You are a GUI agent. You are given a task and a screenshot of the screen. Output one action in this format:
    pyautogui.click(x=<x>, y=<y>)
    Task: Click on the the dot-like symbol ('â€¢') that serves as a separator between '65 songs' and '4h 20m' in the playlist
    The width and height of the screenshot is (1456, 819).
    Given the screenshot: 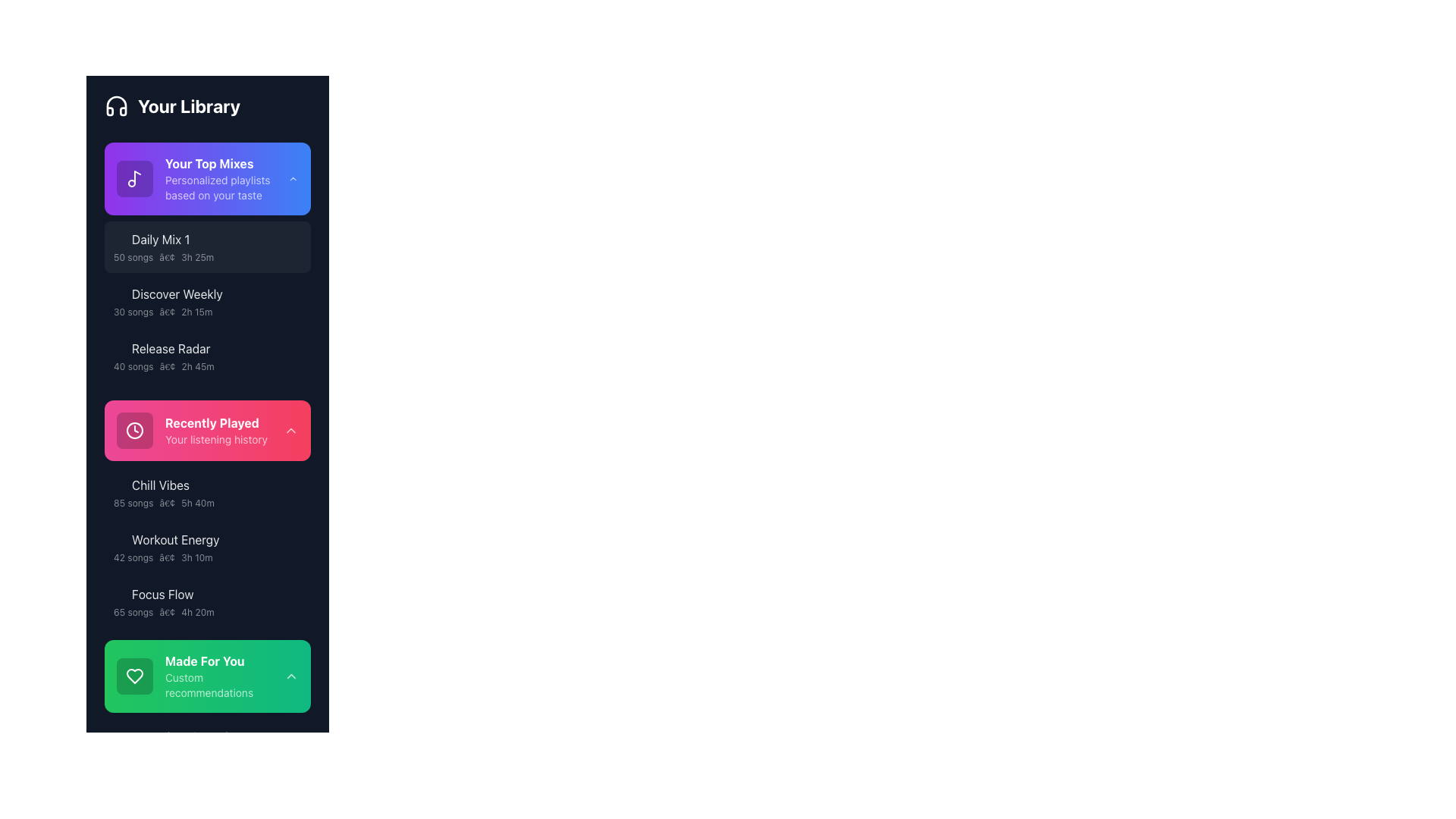 What is the action you would take?
    pyautogui.click(x=167, y=611)
    